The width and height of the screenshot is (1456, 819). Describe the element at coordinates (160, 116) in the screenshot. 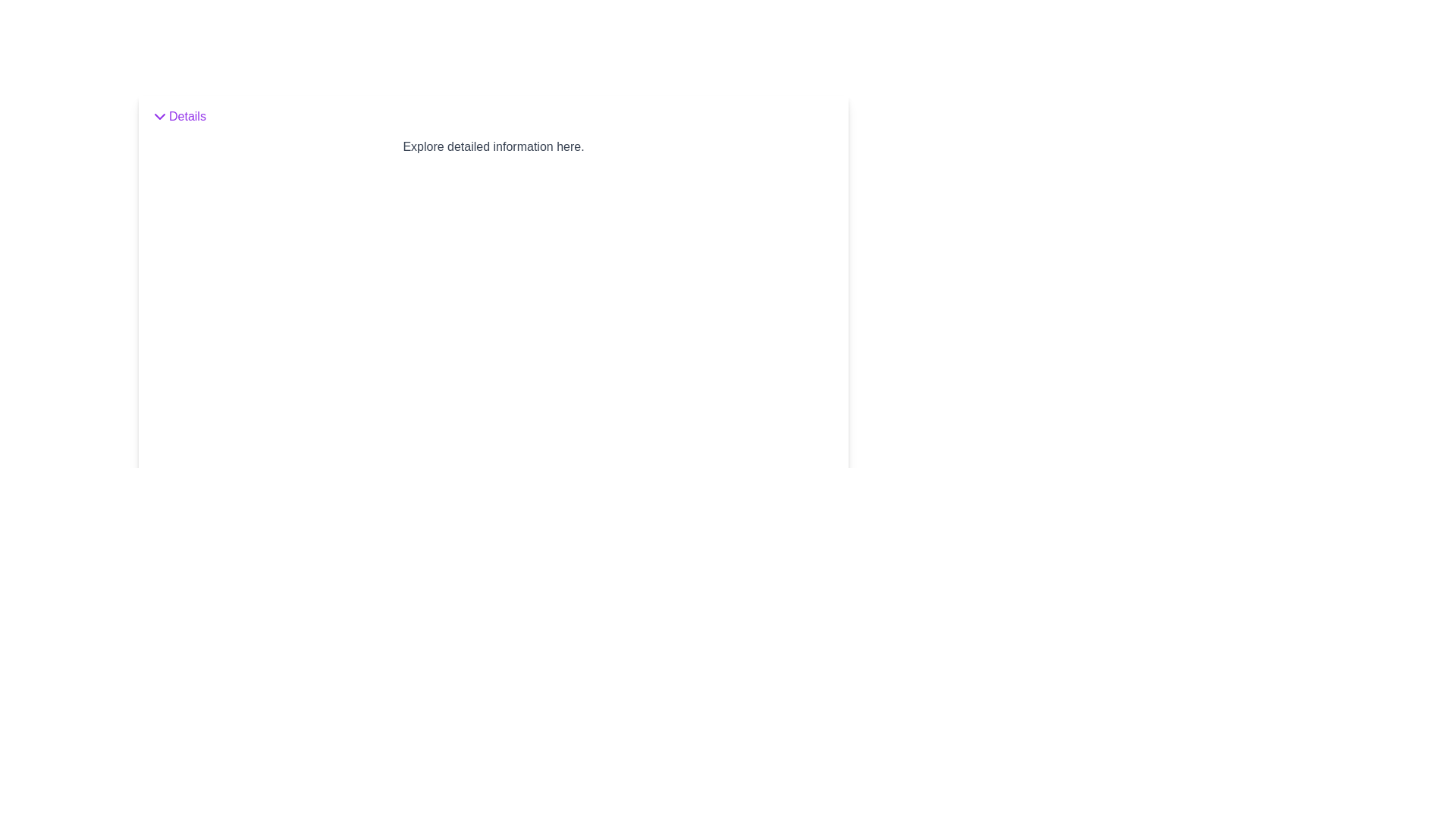

I see `the downward-pointing purple chevron icon` at that location.